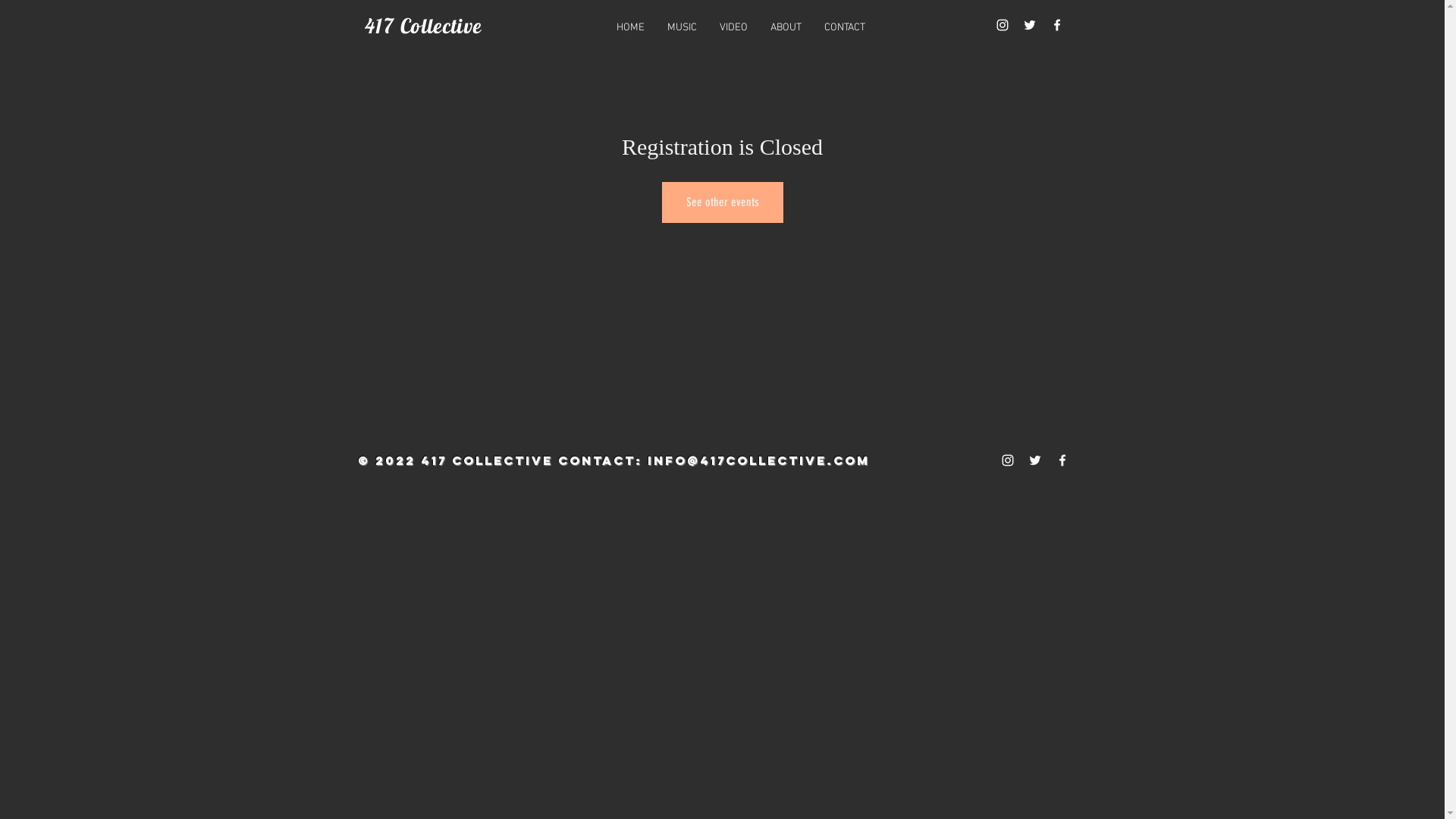  Describe the element at coordinates (733, 28) in the screenshot. I see `'VIDEO'` at that location.